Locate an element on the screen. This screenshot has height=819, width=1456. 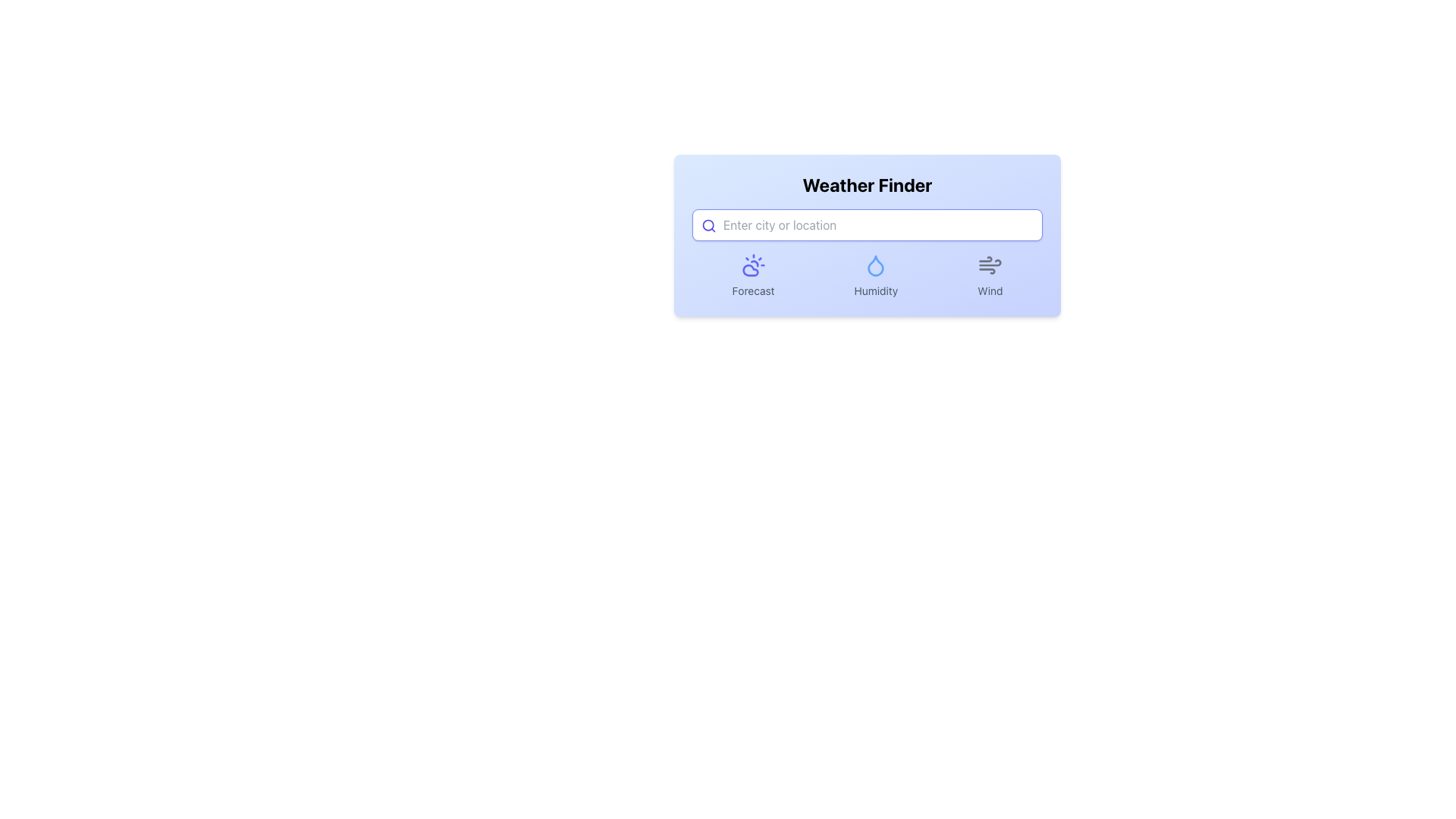
the information displayed on the Label with Icon, which serves as a visual indicator for weather forecasting located to the left of the 'Humidity' and 'Wind' panels is located at coordinates (753, 275).